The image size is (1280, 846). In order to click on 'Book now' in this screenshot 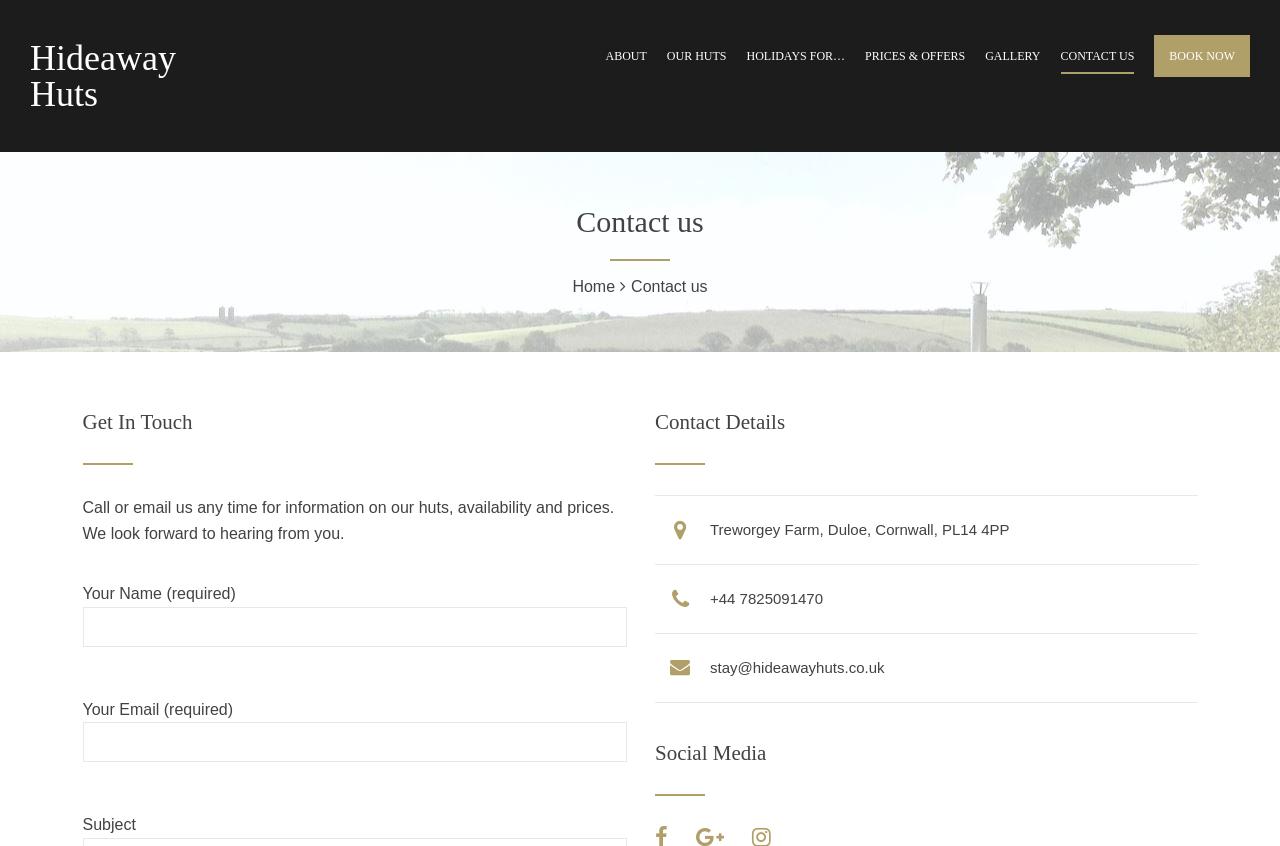, I will do `click(1201, 55)`.